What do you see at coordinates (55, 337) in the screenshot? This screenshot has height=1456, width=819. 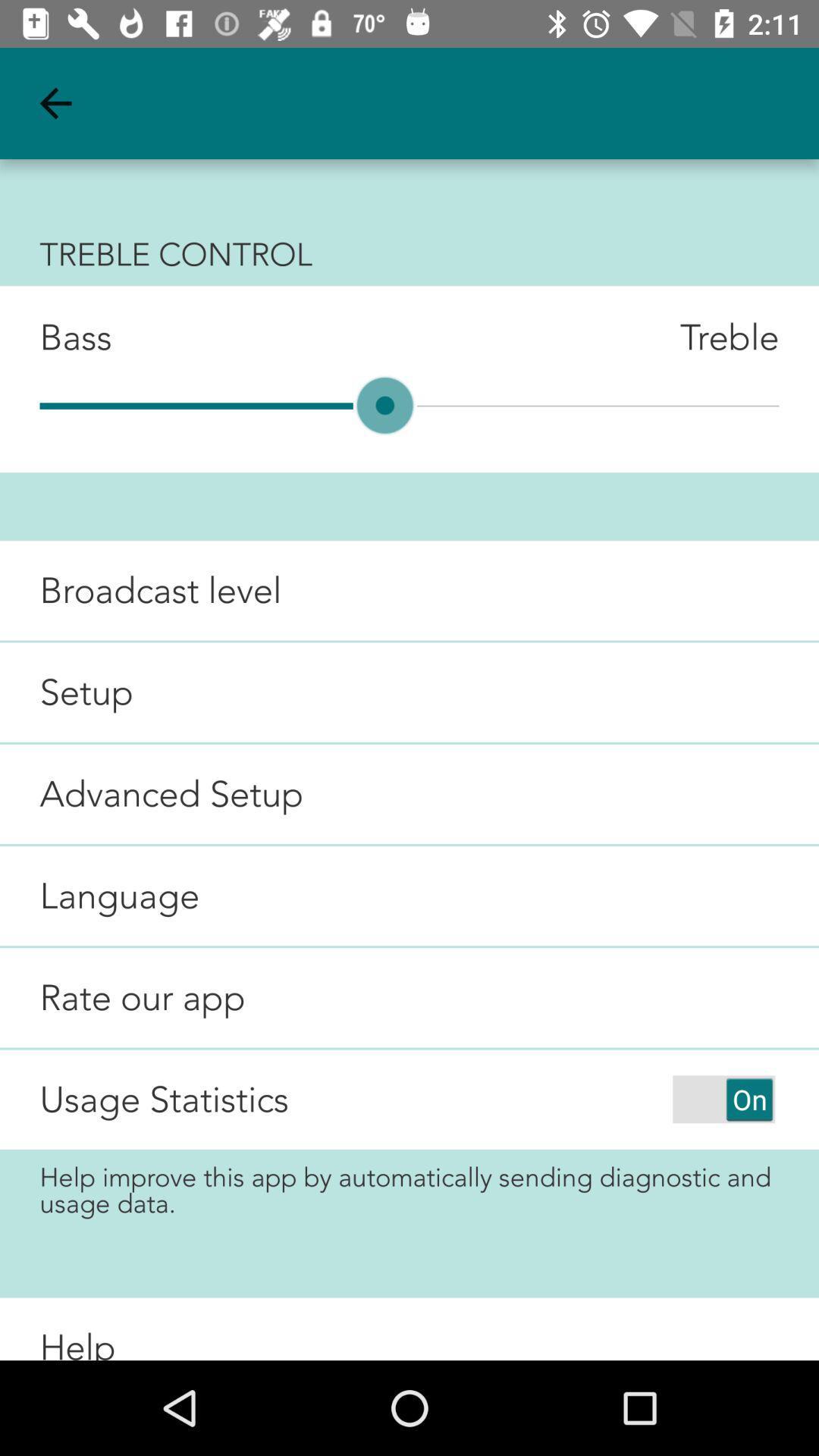 I see `the item below treble control` at bounding box center [55, 337].